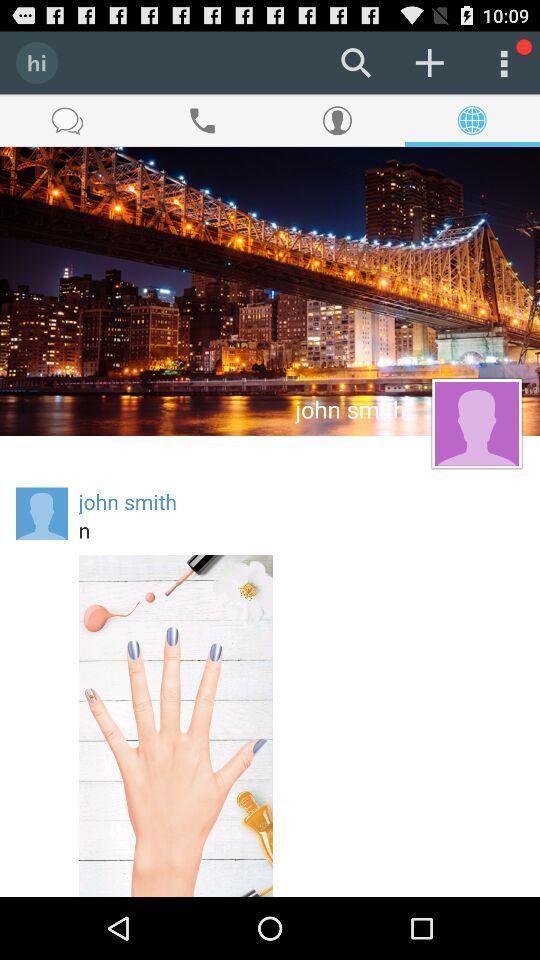 Image resolution: width=540 pixels, height=960 pixels. Describe the element at coordinates (300, 529) in the screenshot. I see `the n` at that location.